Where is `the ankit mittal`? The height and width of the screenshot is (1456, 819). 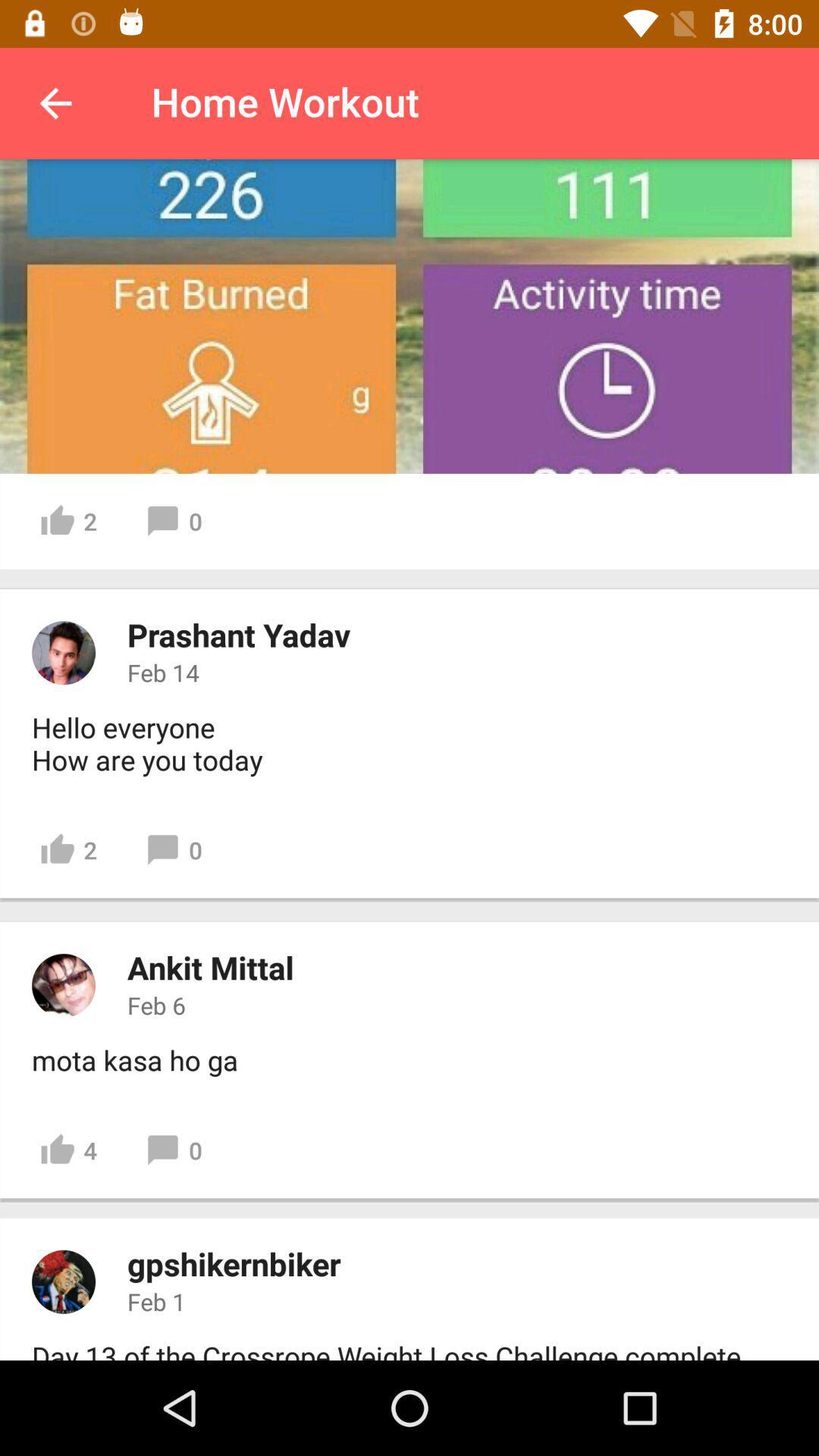 the ankit mittal is located at coordinates (210, 966).